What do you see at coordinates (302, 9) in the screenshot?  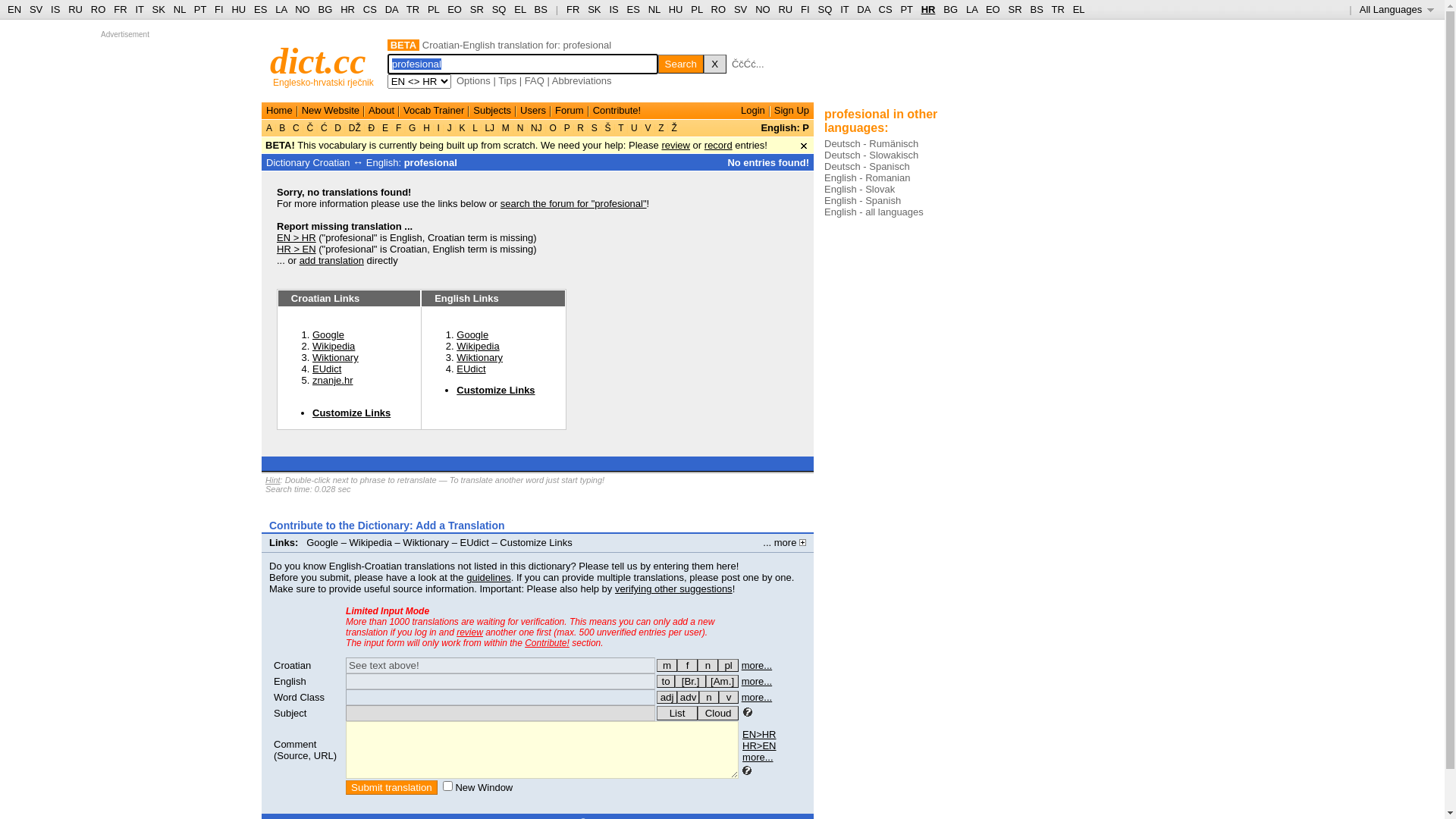 I see `'NO'` at bounding box center [302, 9].